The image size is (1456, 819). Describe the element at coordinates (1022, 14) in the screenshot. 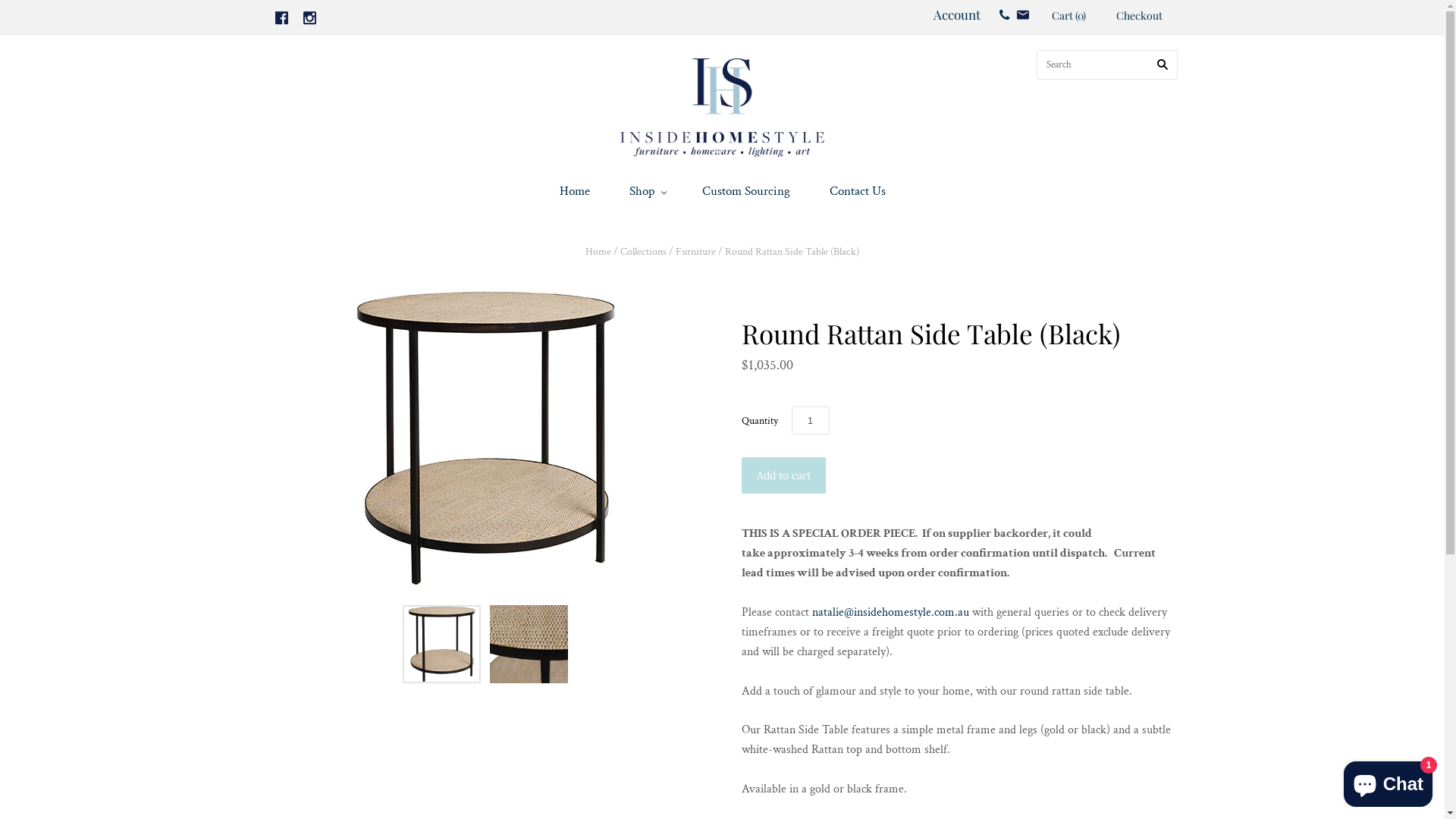

I see `'Email'` at that location.